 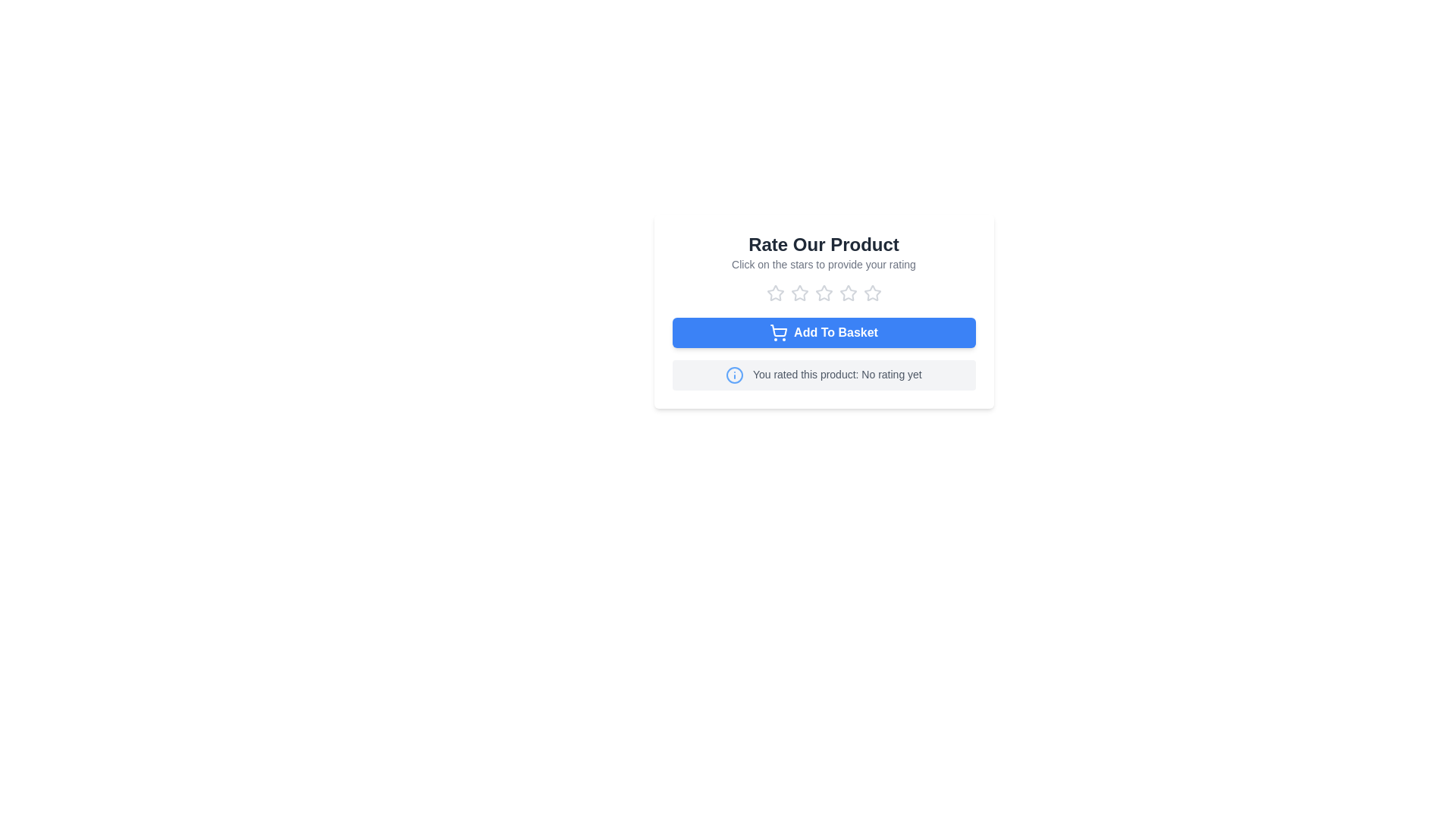 What do you see at coordinates (823, 293) in the screenshot?
I see `the third SVG star icon in the horizontal sequence of five stars, which serves as an interactive rating input on the card interface` at bounding box center [823, 293].